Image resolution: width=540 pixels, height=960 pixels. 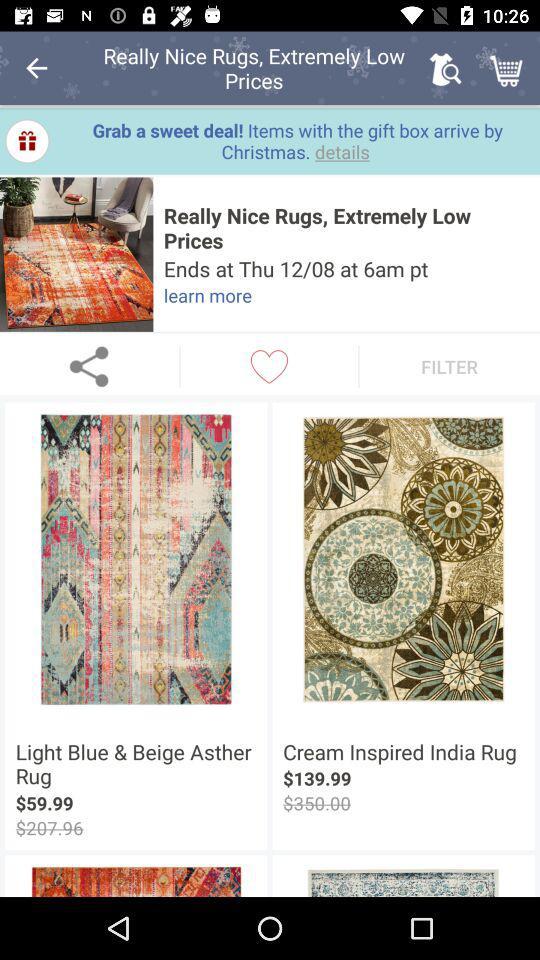 What do you see at coordinates (36, 68) in the screenshot?
I see `the item next to the really nice rugs item` at bounding box center [36, 68].